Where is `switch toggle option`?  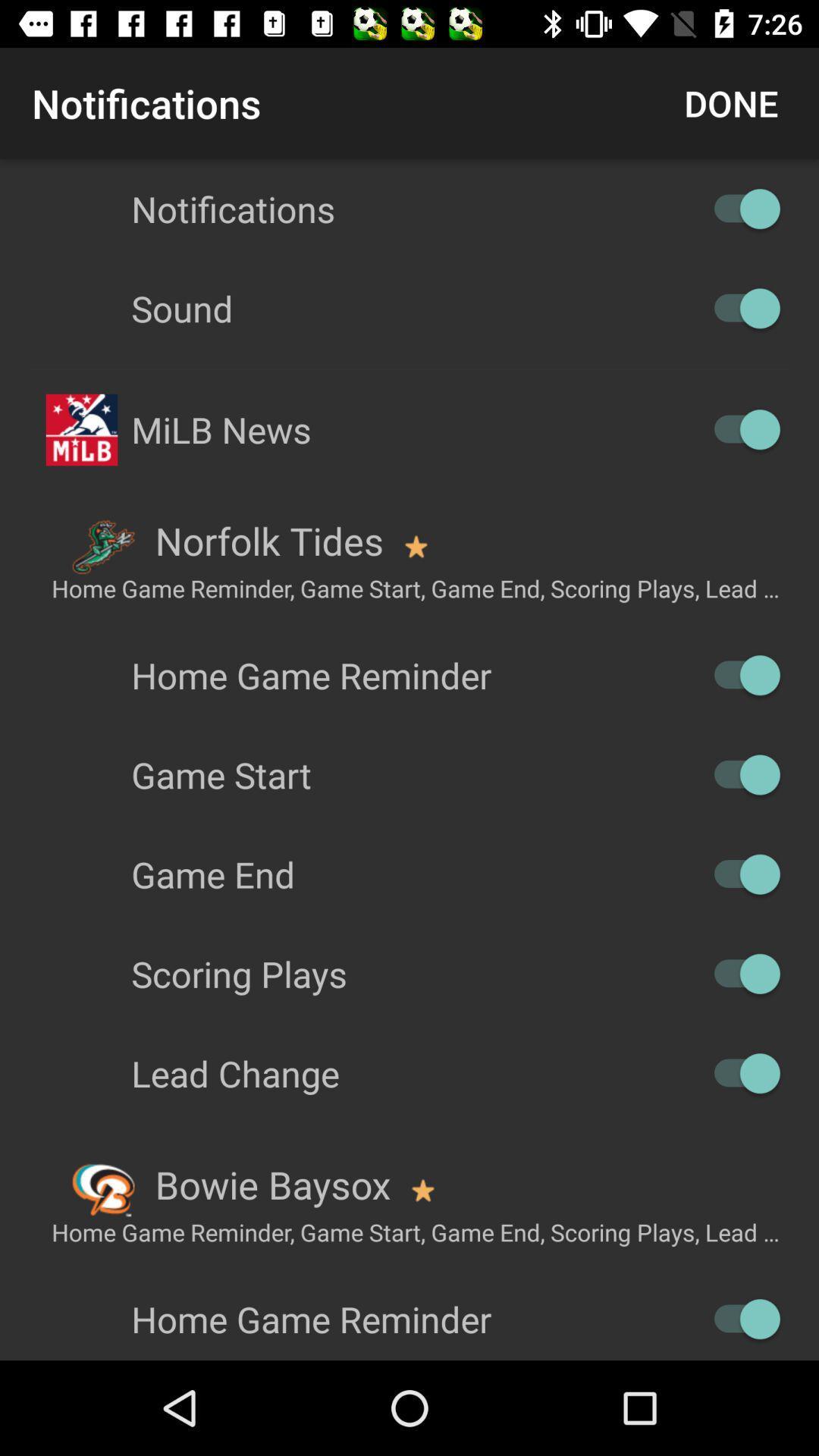 switch toggle option is located at coordinates (739, 208).